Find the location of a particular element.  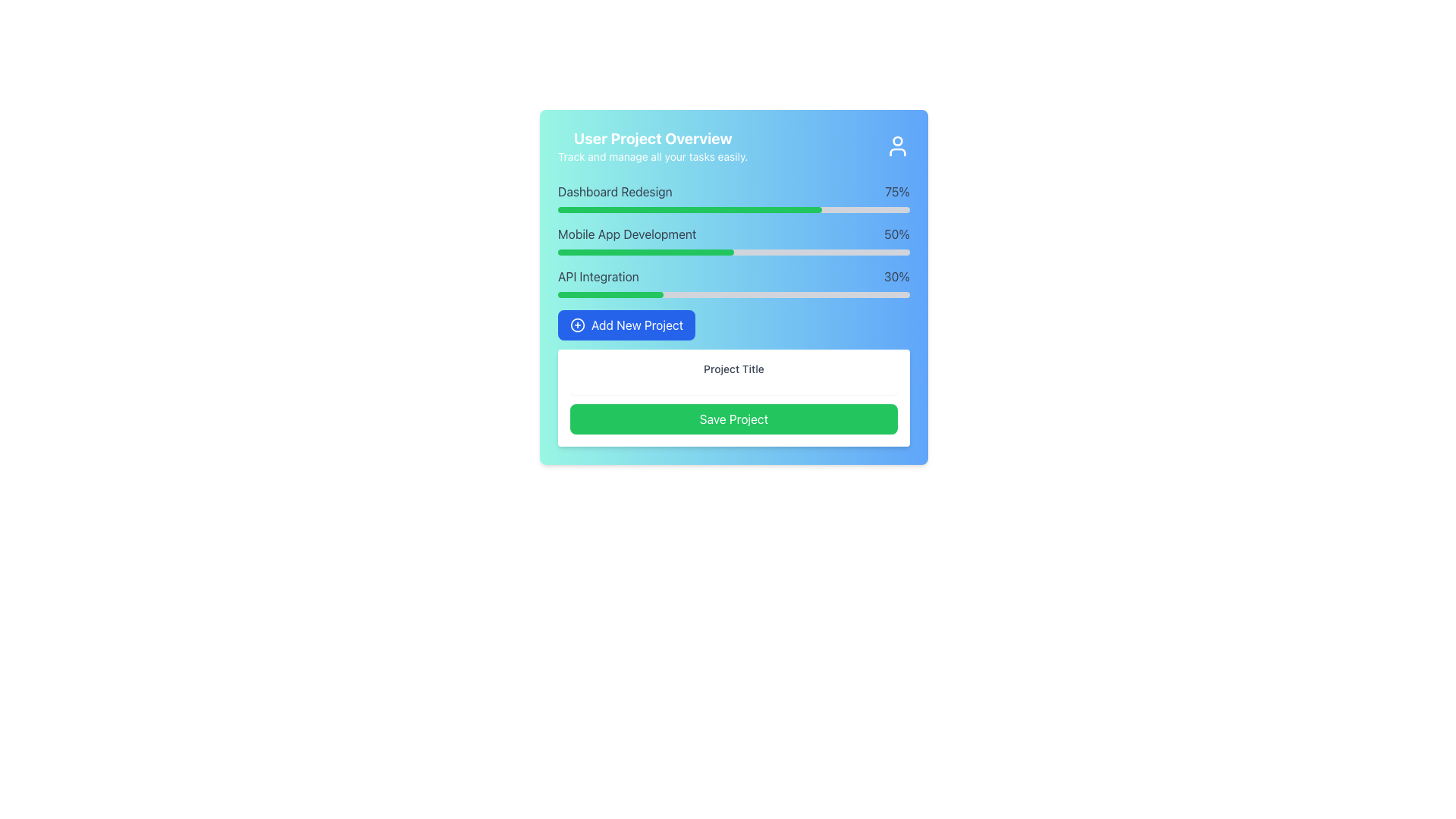

the second progress bar indicating 50% completion for 'Mobile App Development' is located at coordinates (645, 251).